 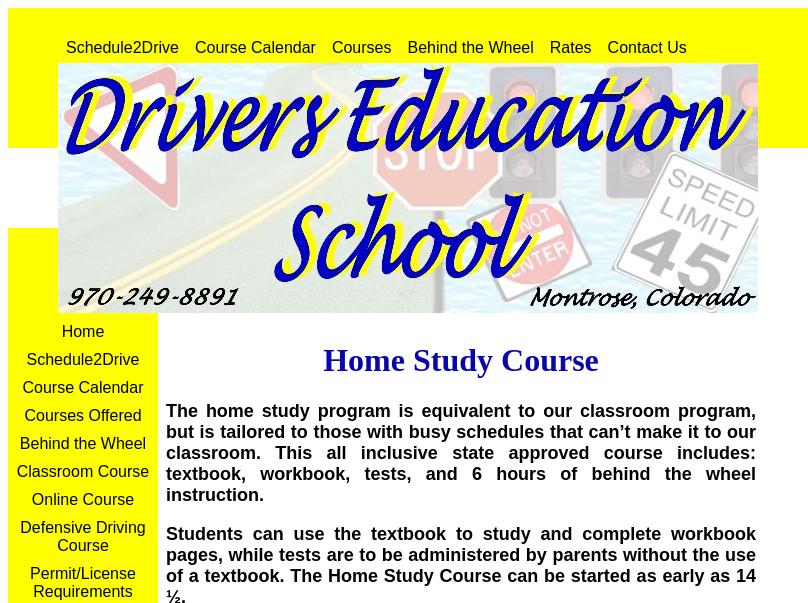 What do you see at coordinates (82, 331) in the screenshot?
I see `'Home'` at bounding box center [82, 331].